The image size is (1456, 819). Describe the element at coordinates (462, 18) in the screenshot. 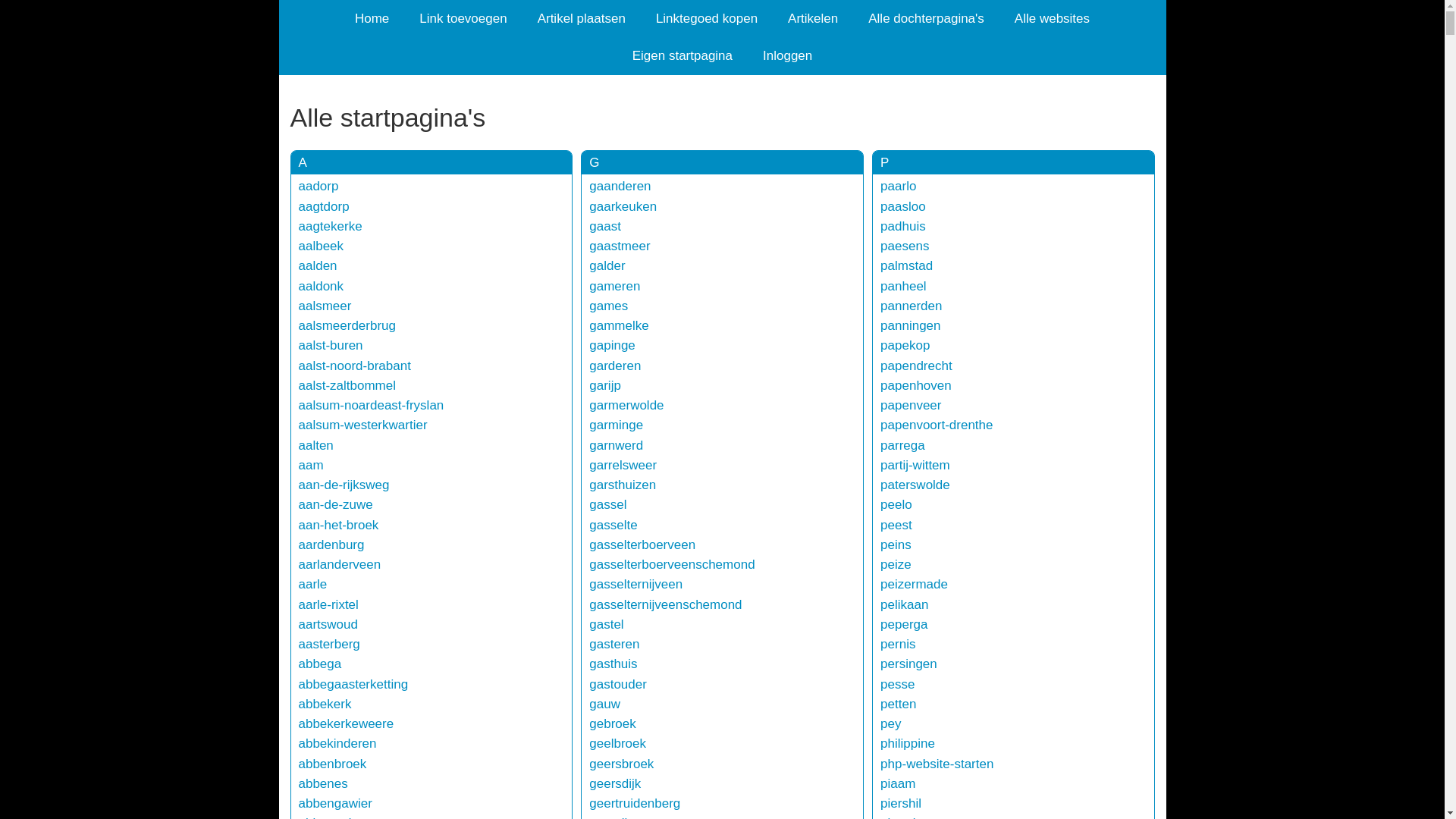

I see `'Link toevoegen'` at that location.